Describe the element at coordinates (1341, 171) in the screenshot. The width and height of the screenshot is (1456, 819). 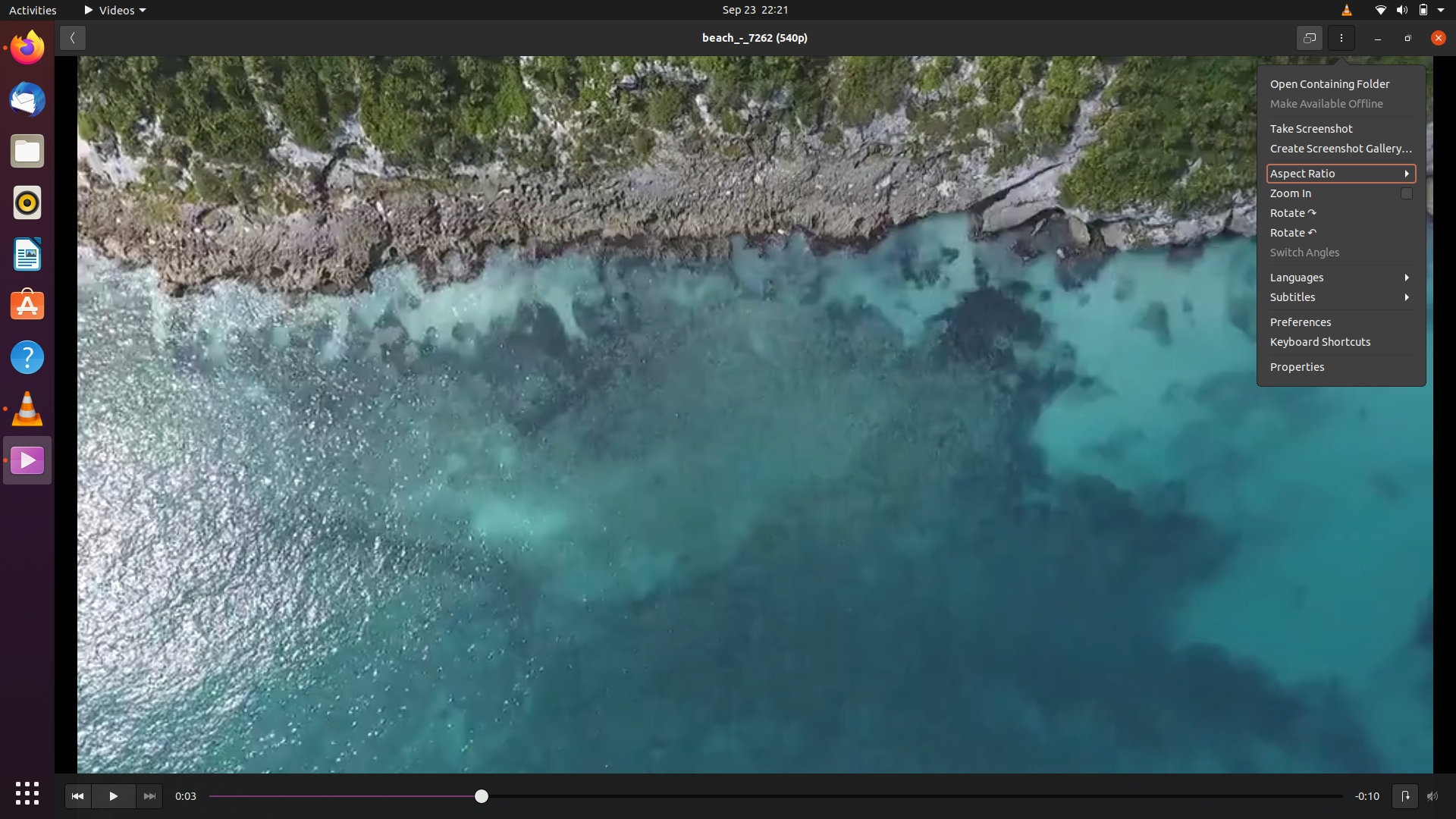
I see `Adjust the video"s aspect ratio to 16:9` at that location.